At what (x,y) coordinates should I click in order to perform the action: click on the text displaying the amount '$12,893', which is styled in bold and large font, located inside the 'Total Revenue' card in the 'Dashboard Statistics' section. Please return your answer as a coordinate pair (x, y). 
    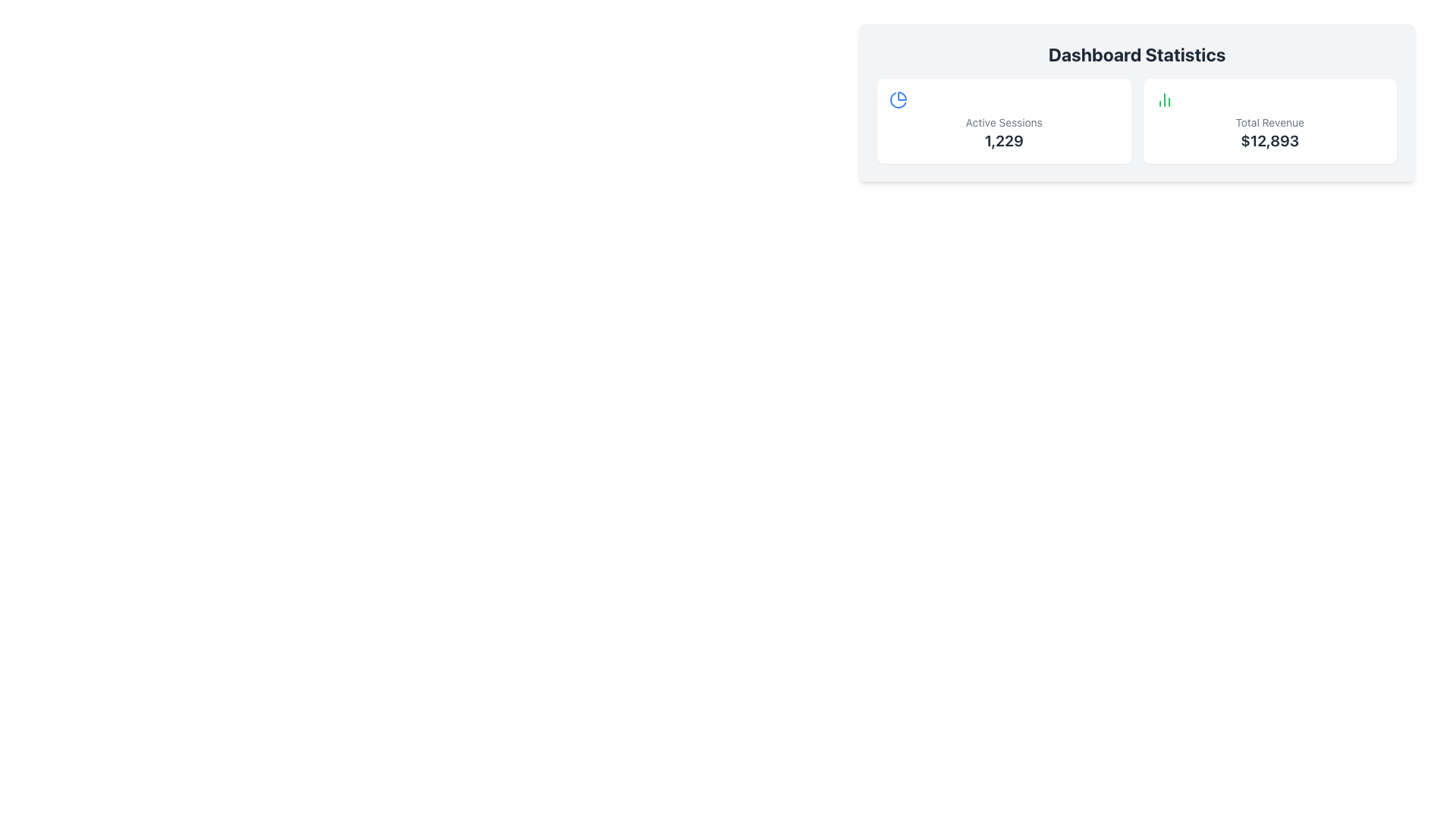
    Looking at the image, I should click on (1269, 140).